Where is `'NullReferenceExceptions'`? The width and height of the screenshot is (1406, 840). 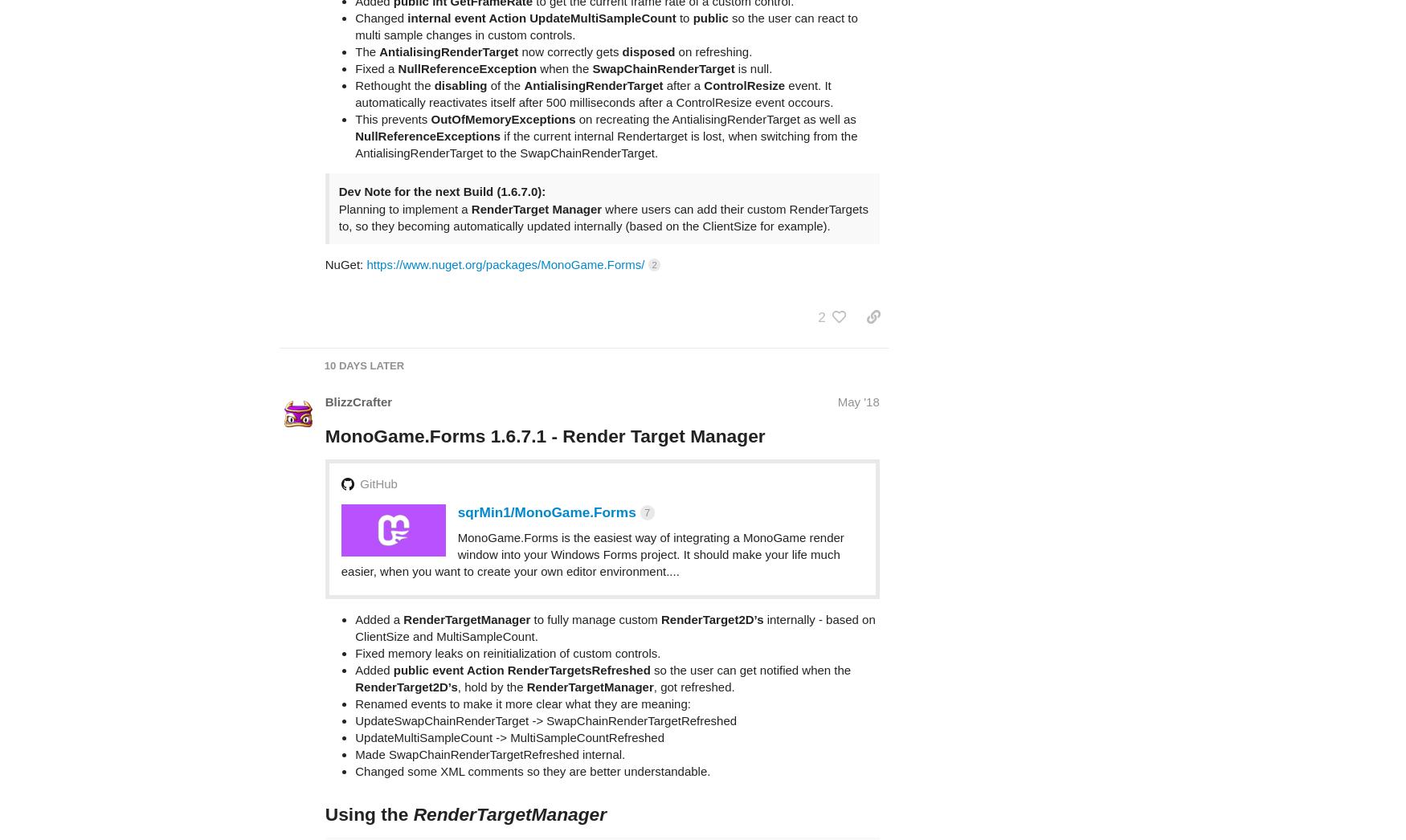
'NullReferenceExceptions' is located at coordinates (427, 73).